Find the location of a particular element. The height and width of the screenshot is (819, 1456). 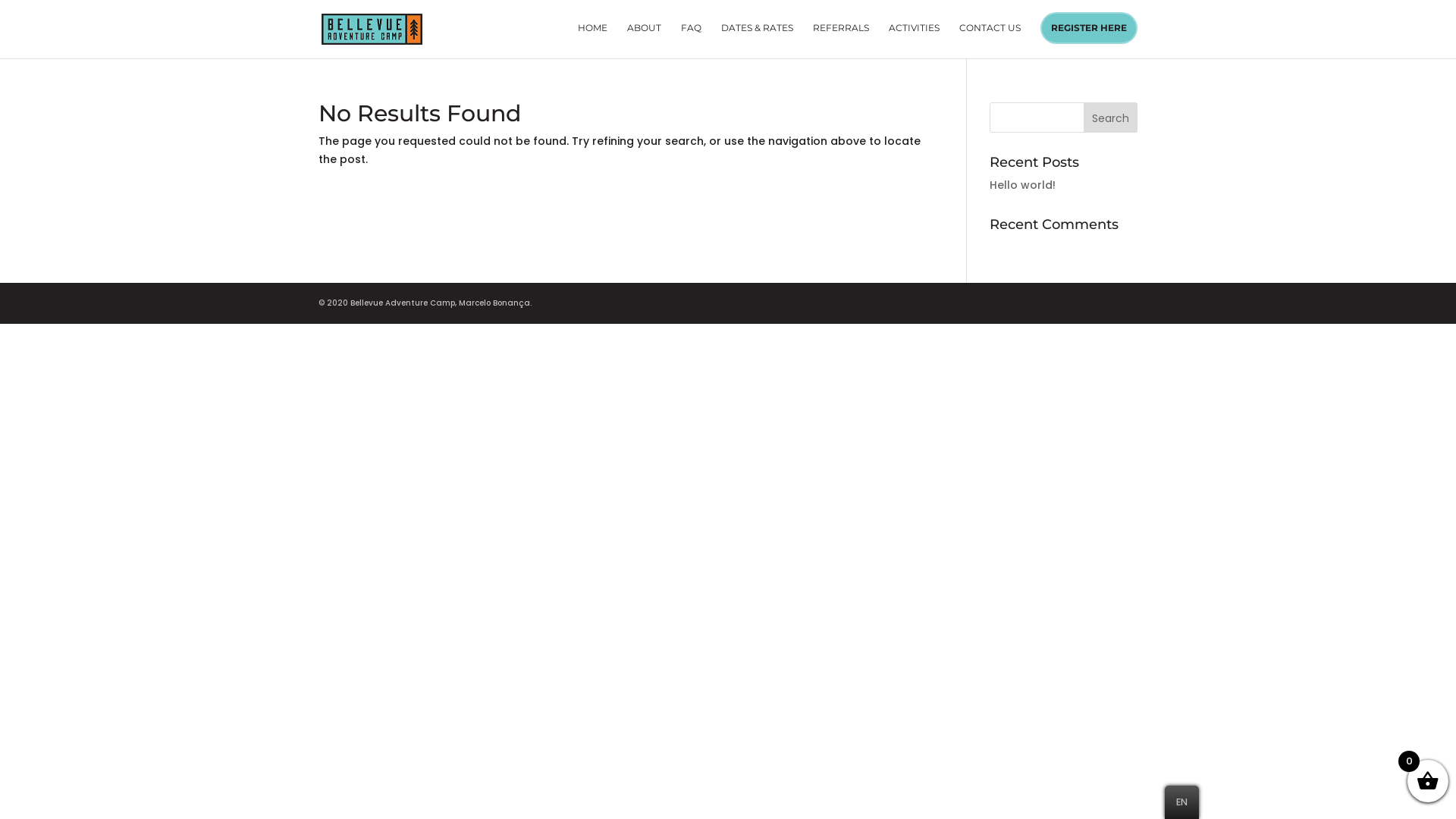

'Hello world!' is located at coordinates (990, 184).